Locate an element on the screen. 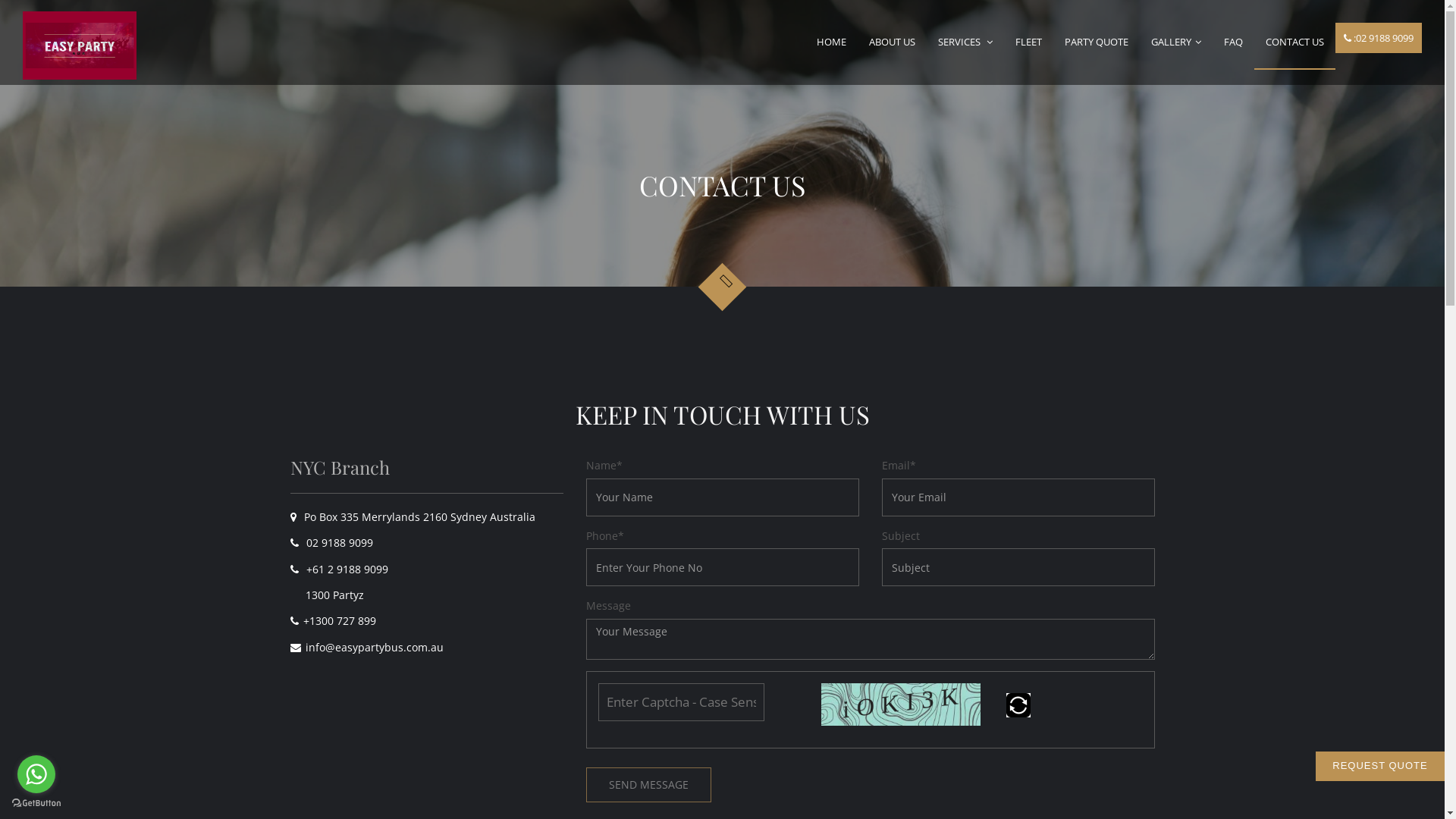  '+1300 727 899' is located at coordinates (341, 620).